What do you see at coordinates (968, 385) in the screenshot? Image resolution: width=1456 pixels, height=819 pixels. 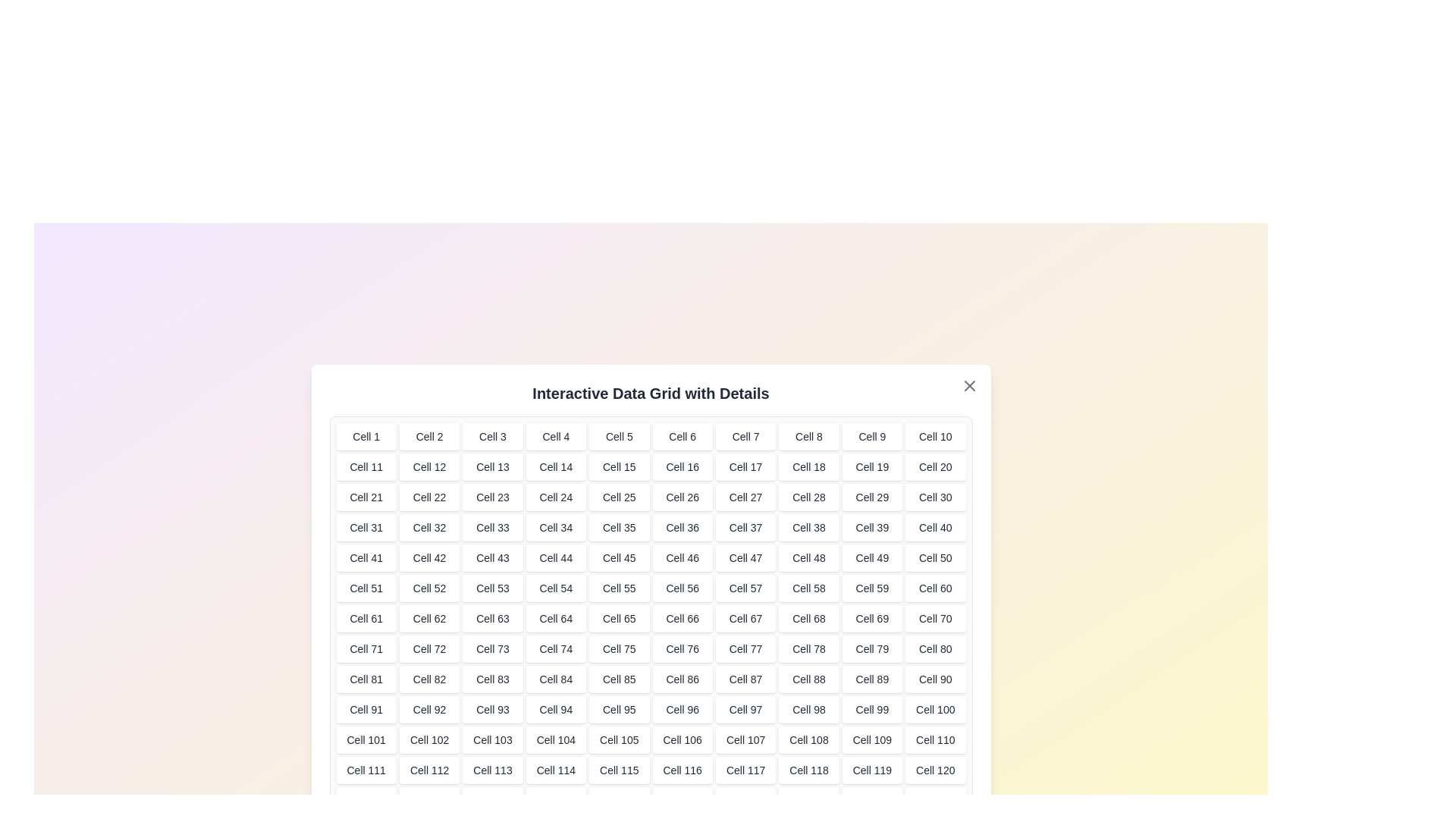 I see `the close button to close the dialog` at bounding box center [968, 385].